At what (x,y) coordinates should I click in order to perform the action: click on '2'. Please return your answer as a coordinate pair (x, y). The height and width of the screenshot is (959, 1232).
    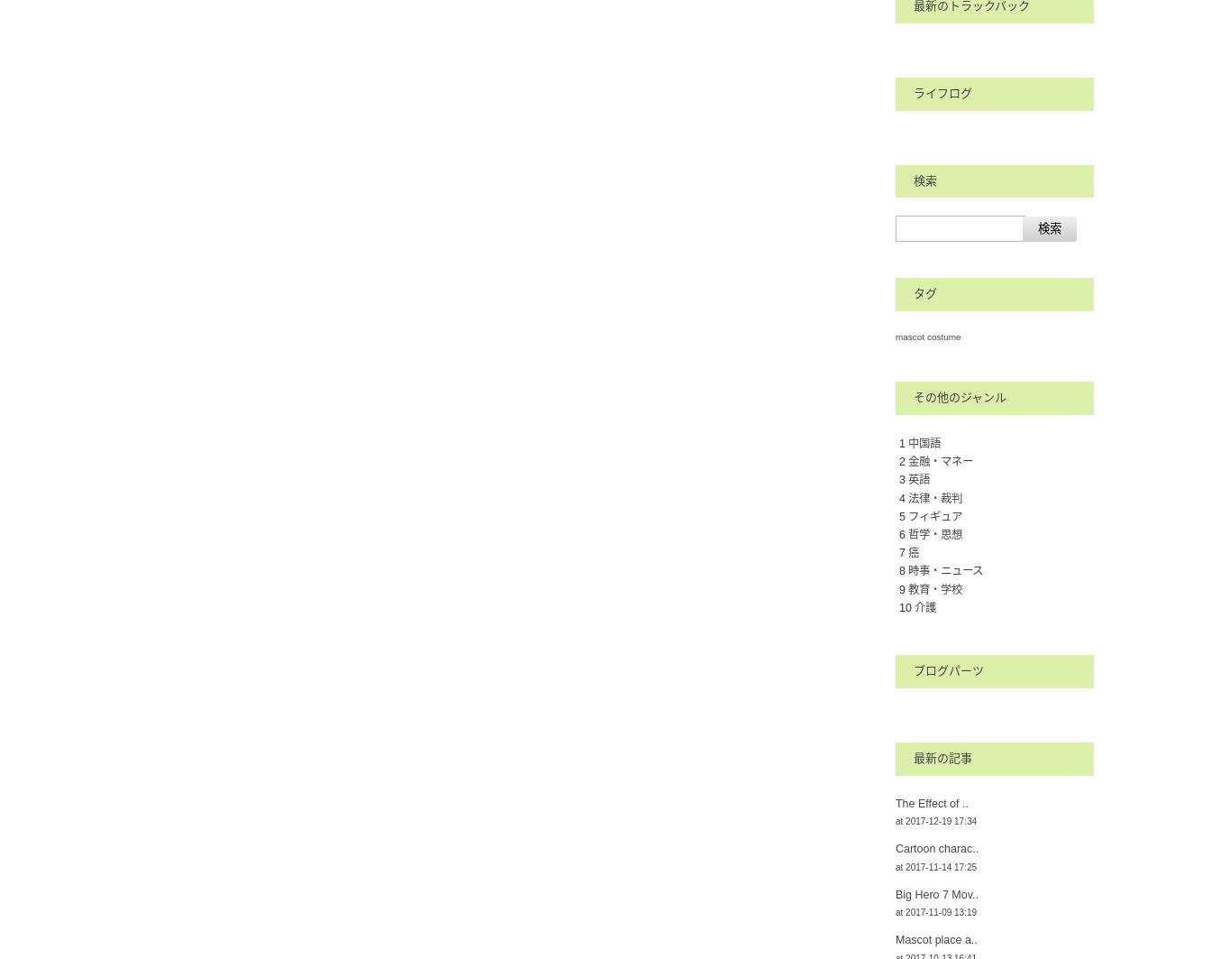
    Looking at the image, I should click on (903, 462).